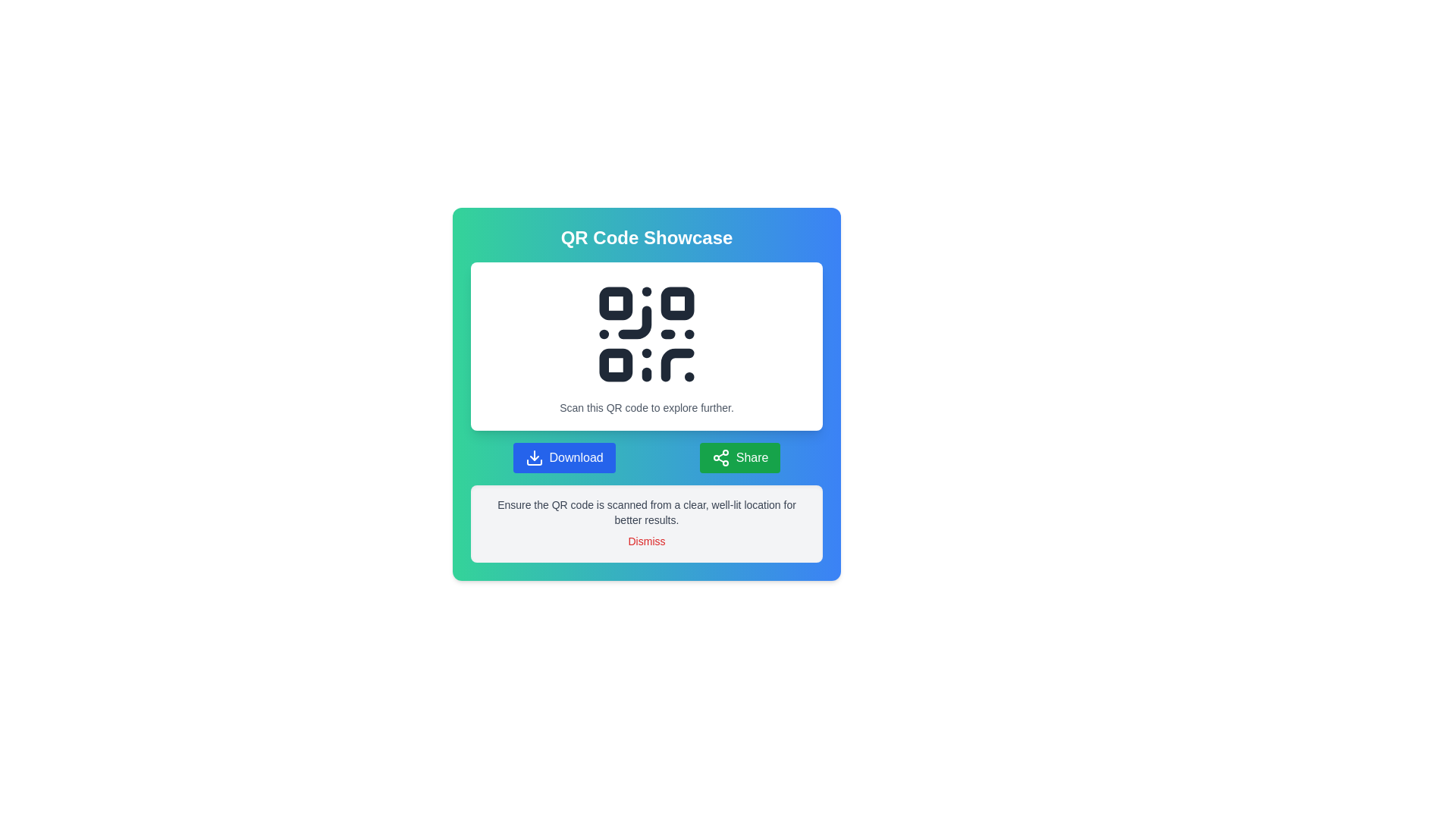 This screenshot has height=819, width=1456. What do you see at coordinates (740, 457) in the screenshot?
I see `the green 'Share' button with rounded corners that has white text and a share icon` at bounding box center [740, 457].